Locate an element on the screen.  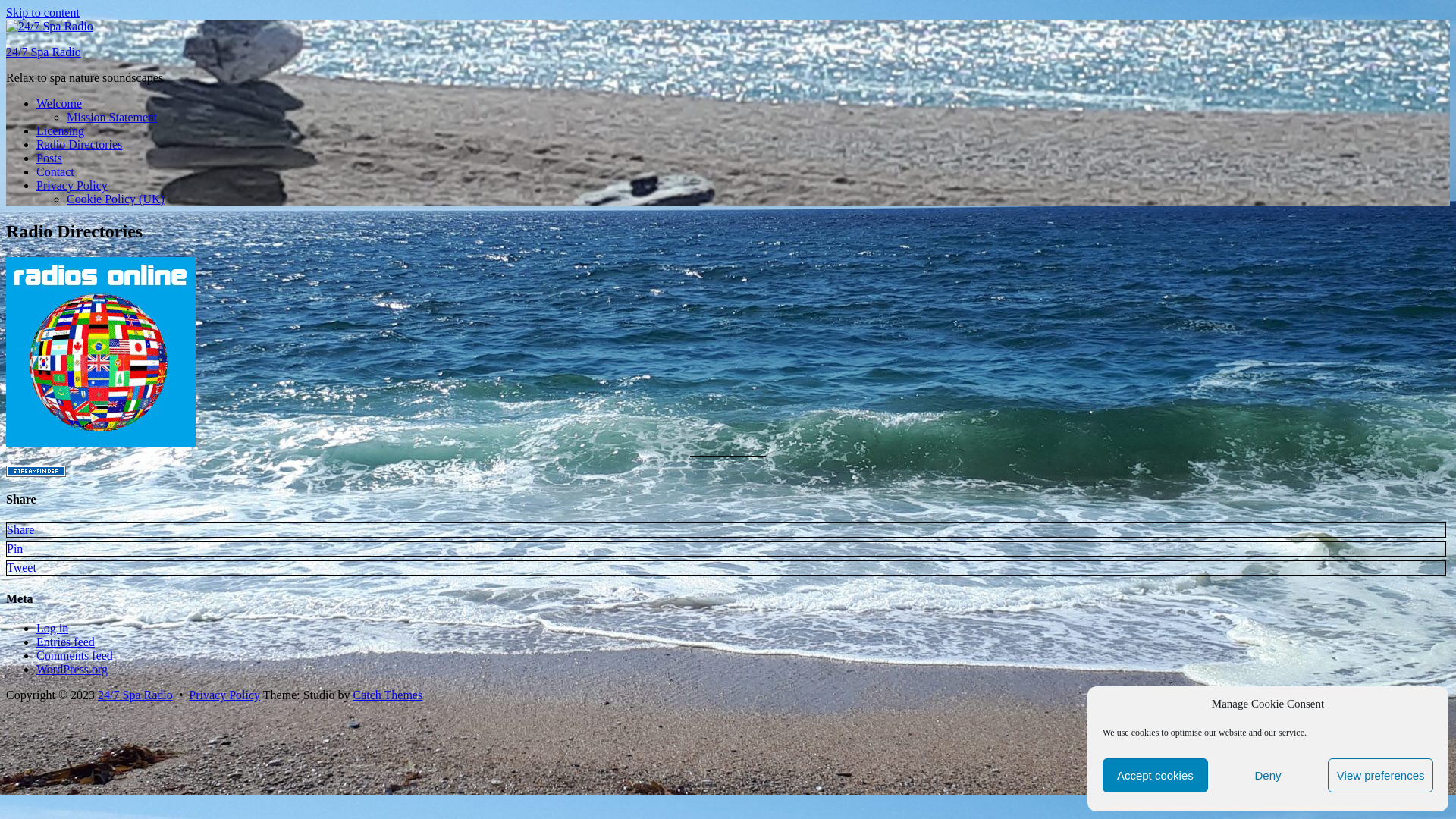
'Tweet' is located at coordinates (21, 567).